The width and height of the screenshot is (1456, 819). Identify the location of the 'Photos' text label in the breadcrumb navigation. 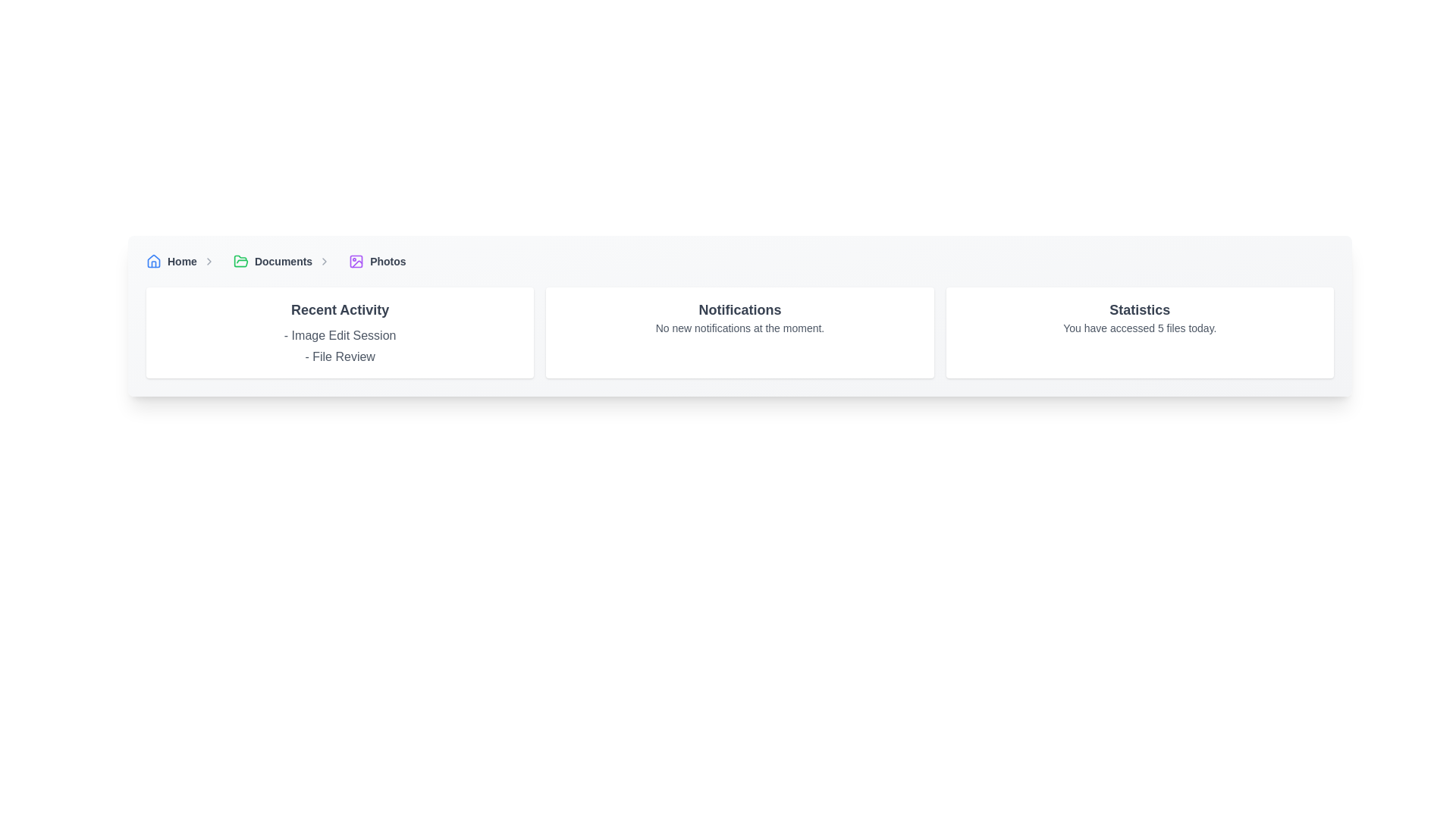
(388, 260).